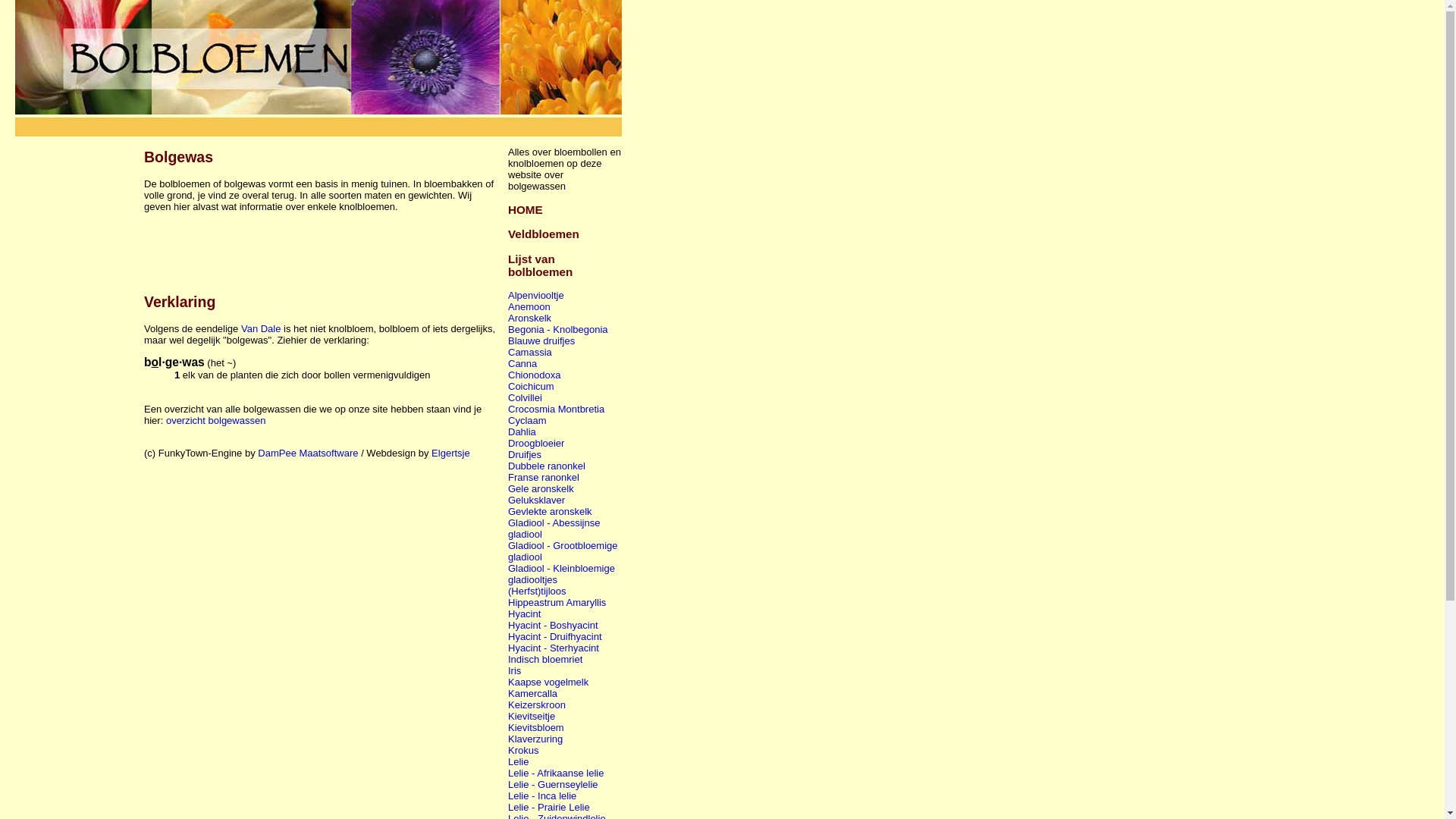 The height and width of the screenshot is (819, 1456). What do you see at coordinates (549, 511) in the screenshot?
I see `'Gevlekte aronskelk'` at bounding box center [549, 511].